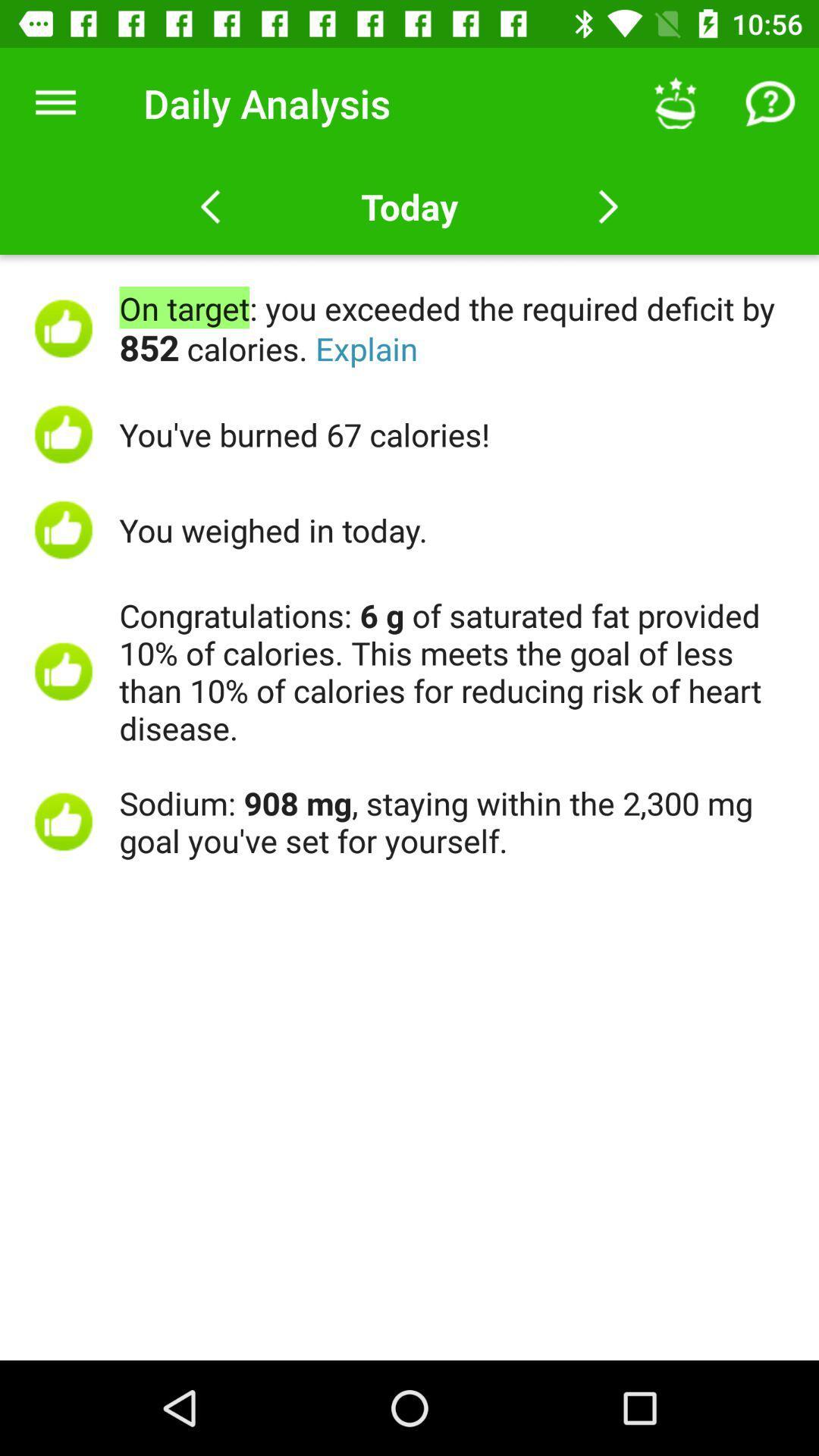  What do you see at coordinates (55, 102) in the screenshot?
I see `the icon to the left of daily analysis icon` at bounding box center [55, 102].